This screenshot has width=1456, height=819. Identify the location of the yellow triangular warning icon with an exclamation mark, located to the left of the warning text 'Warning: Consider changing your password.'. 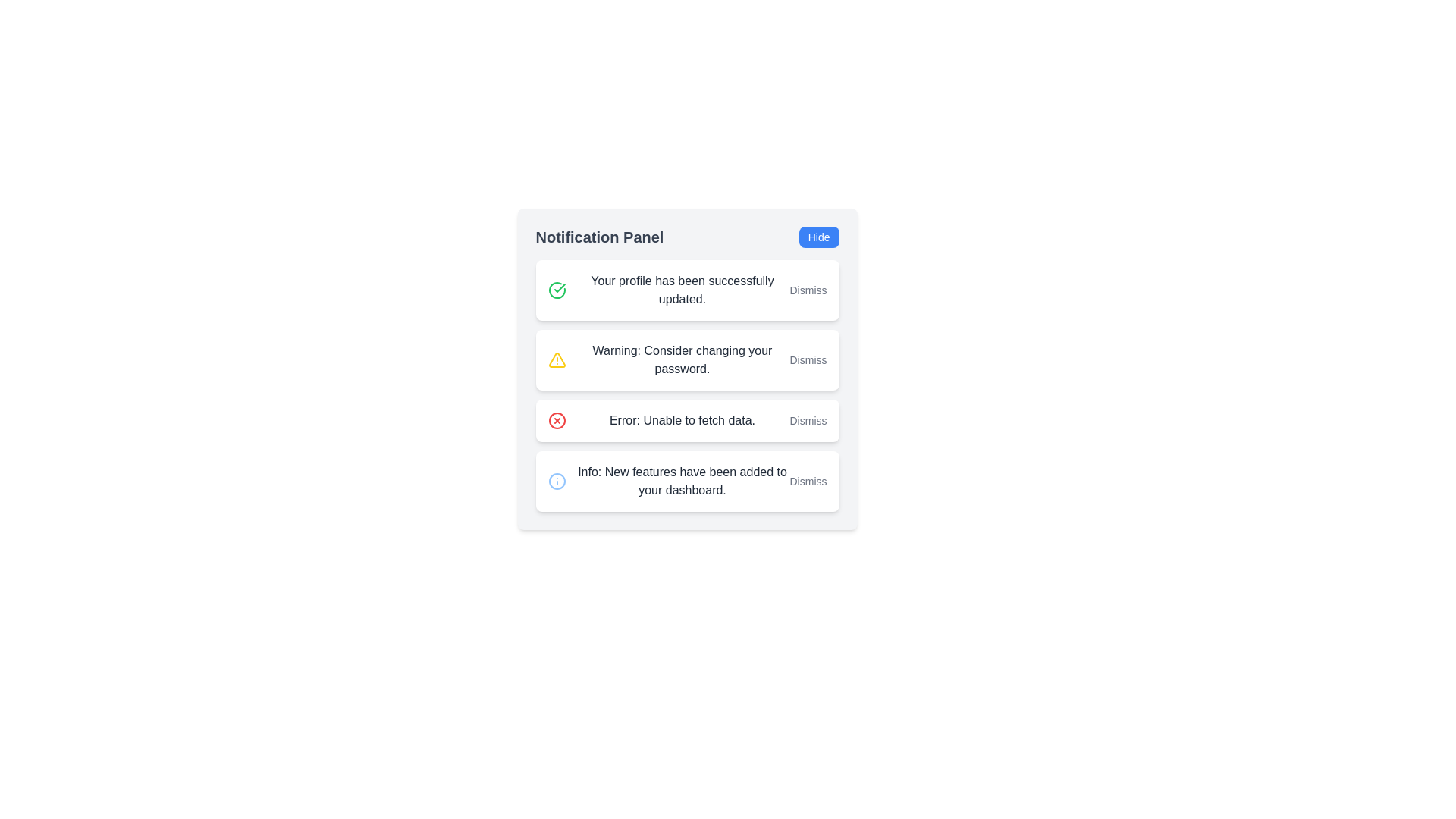
(556, 359).